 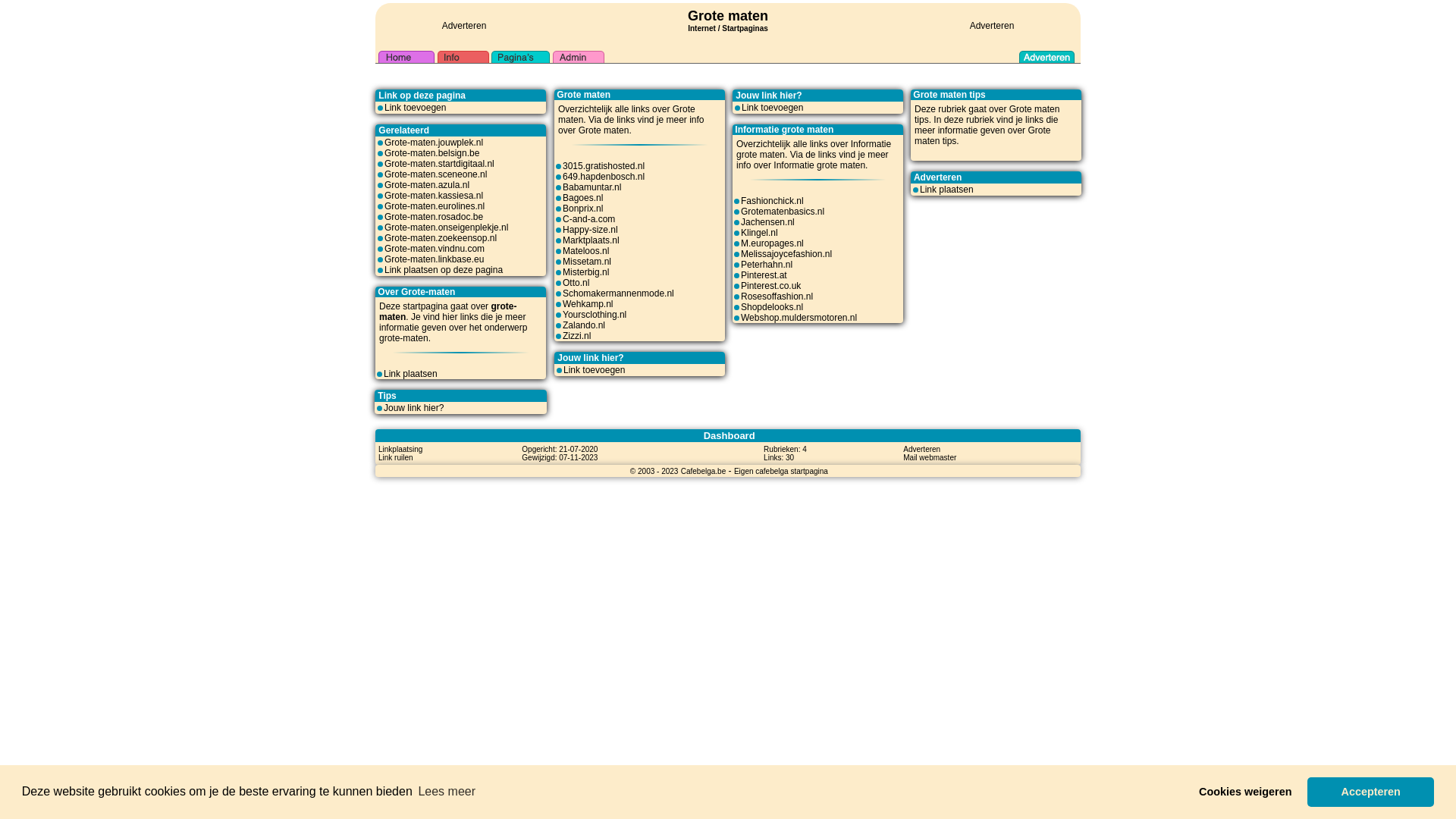 What do you see at coordinates (798, 317) in the screenshot?
I see `'Webshop.muldersmotoren.nl'` at bounding box center [798, 317].